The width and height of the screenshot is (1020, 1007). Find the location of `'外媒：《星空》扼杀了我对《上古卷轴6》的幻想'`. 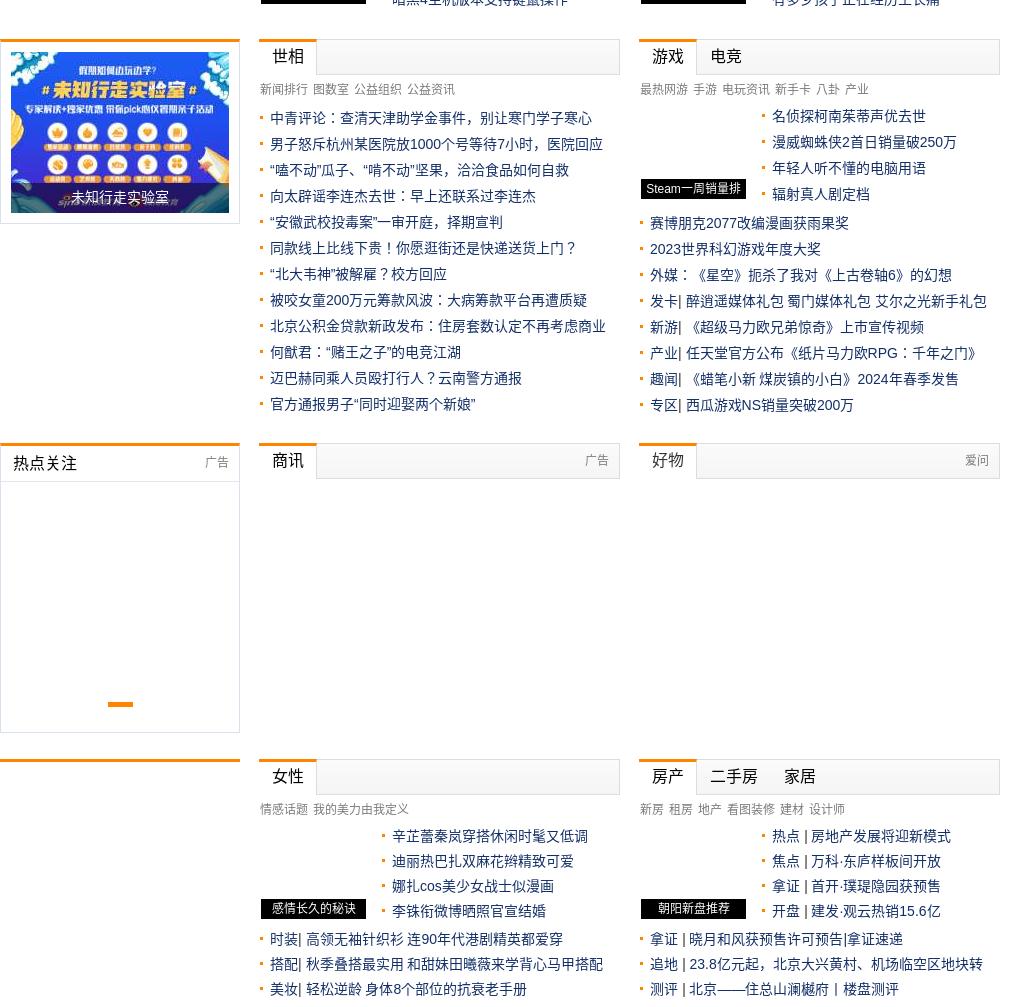

'外媒：《星空》扼杀了我对《上古卷轴6》的幻想' is located at coordinates (799, 275).